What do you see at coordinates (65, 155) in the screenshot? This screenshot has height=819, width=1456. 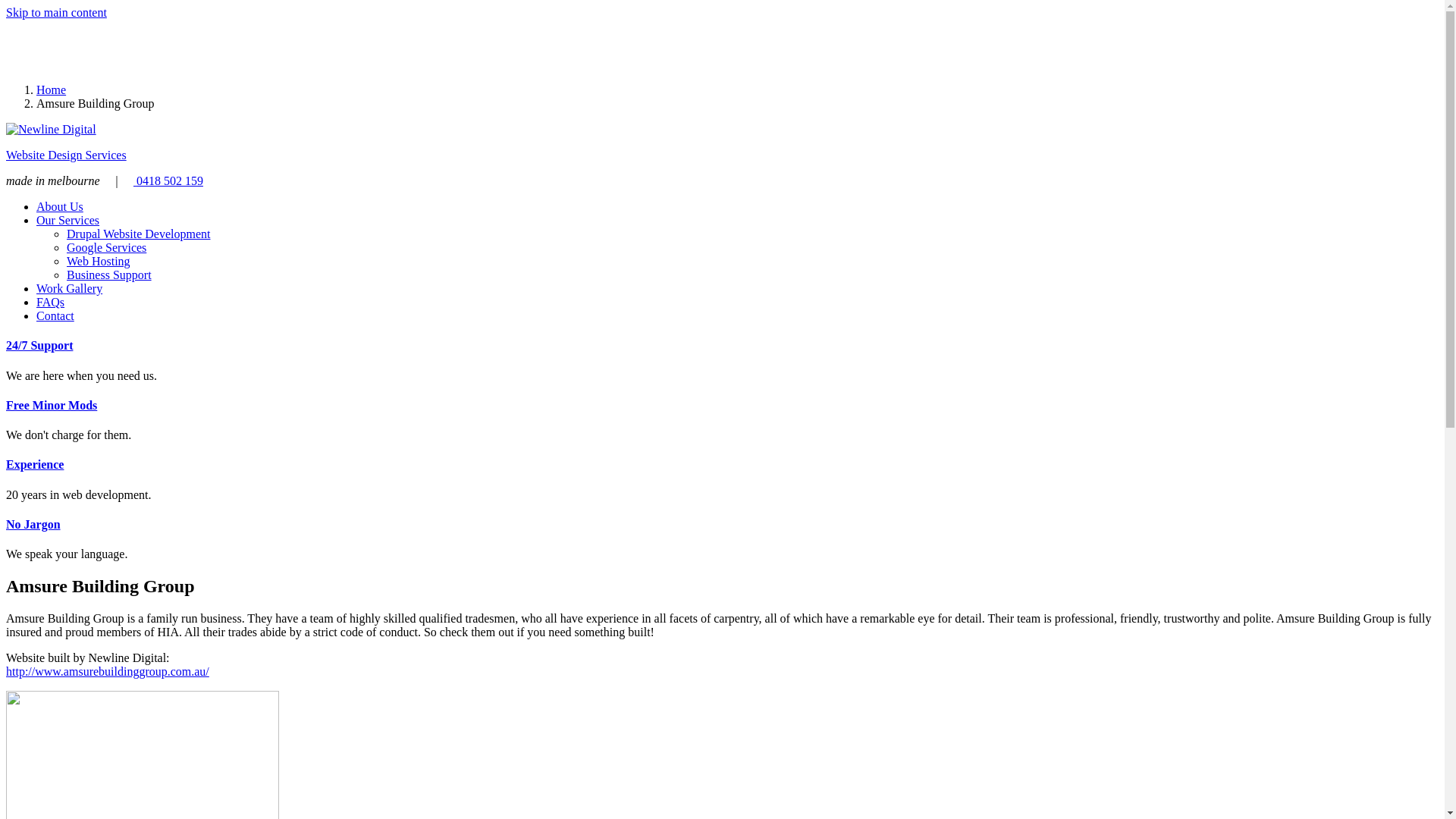 I see `'Website Design Services'` at bounding box center [65, 155].